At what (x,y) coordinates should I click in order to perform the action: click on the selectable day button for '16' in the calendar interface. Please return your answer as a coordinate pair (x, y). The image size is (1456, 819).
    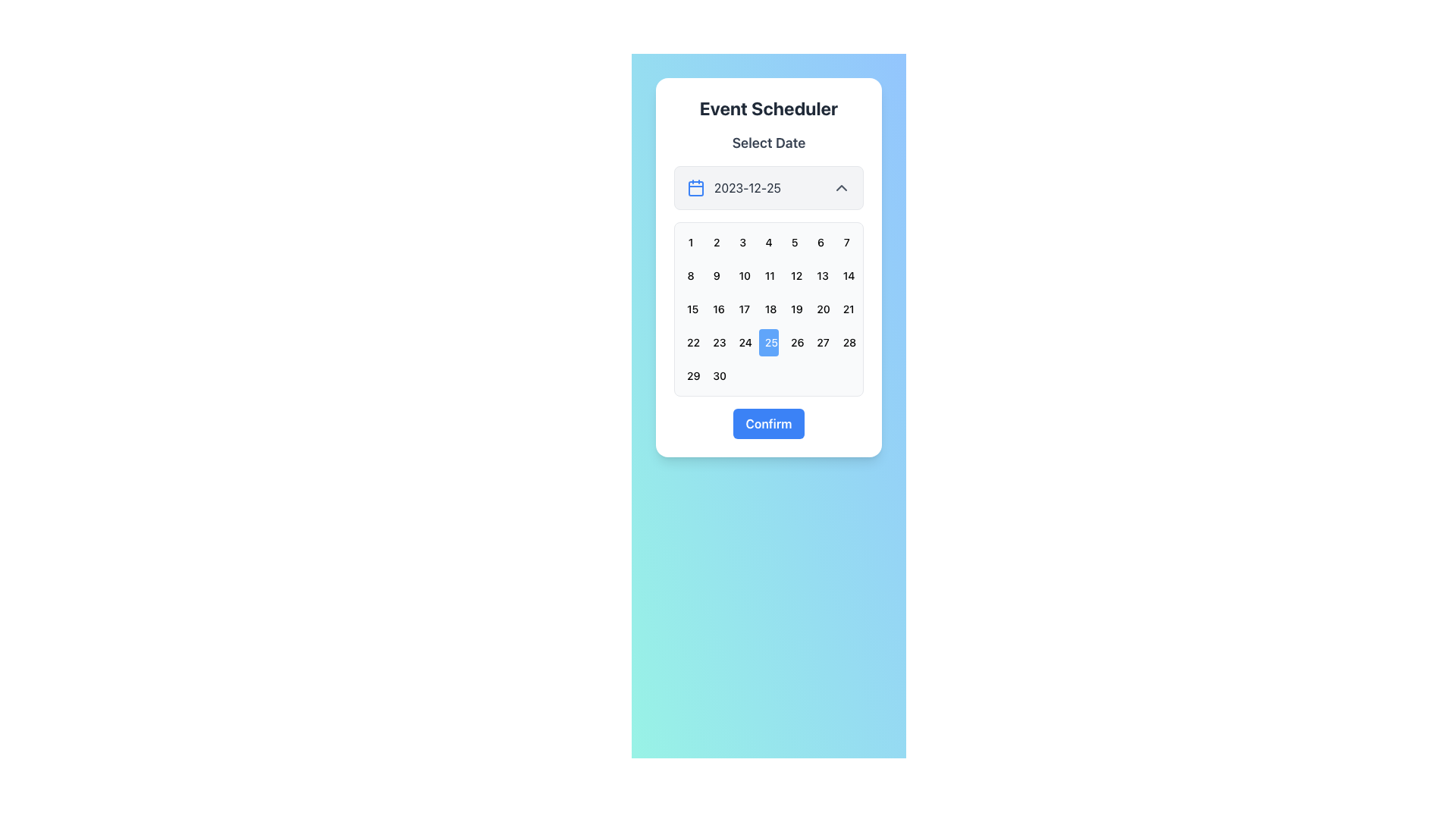
    Looking at the image, I should click on (716, 309).